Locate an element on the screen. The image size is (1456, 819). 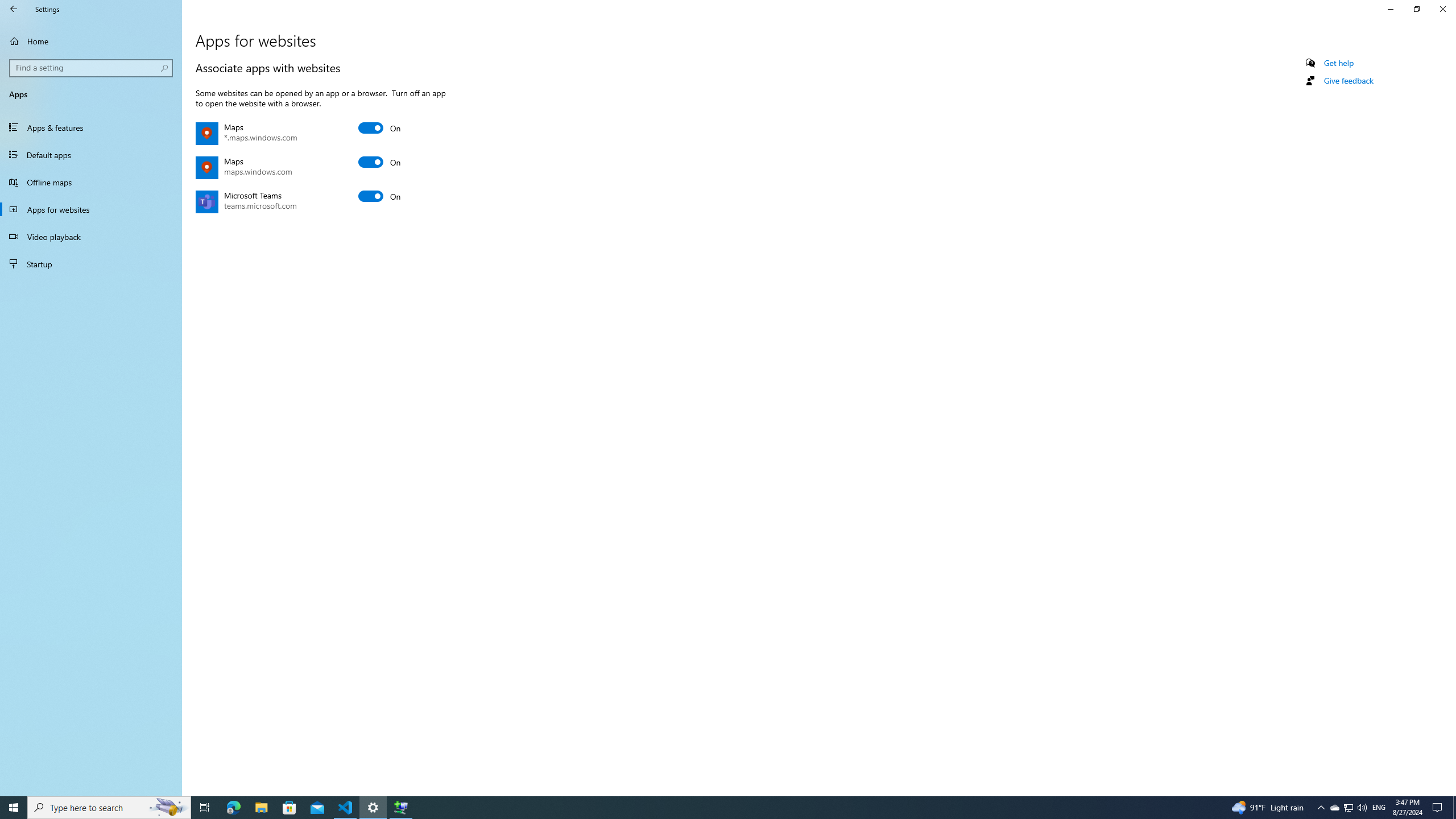
'Home' is located at coordinates (90, 41).